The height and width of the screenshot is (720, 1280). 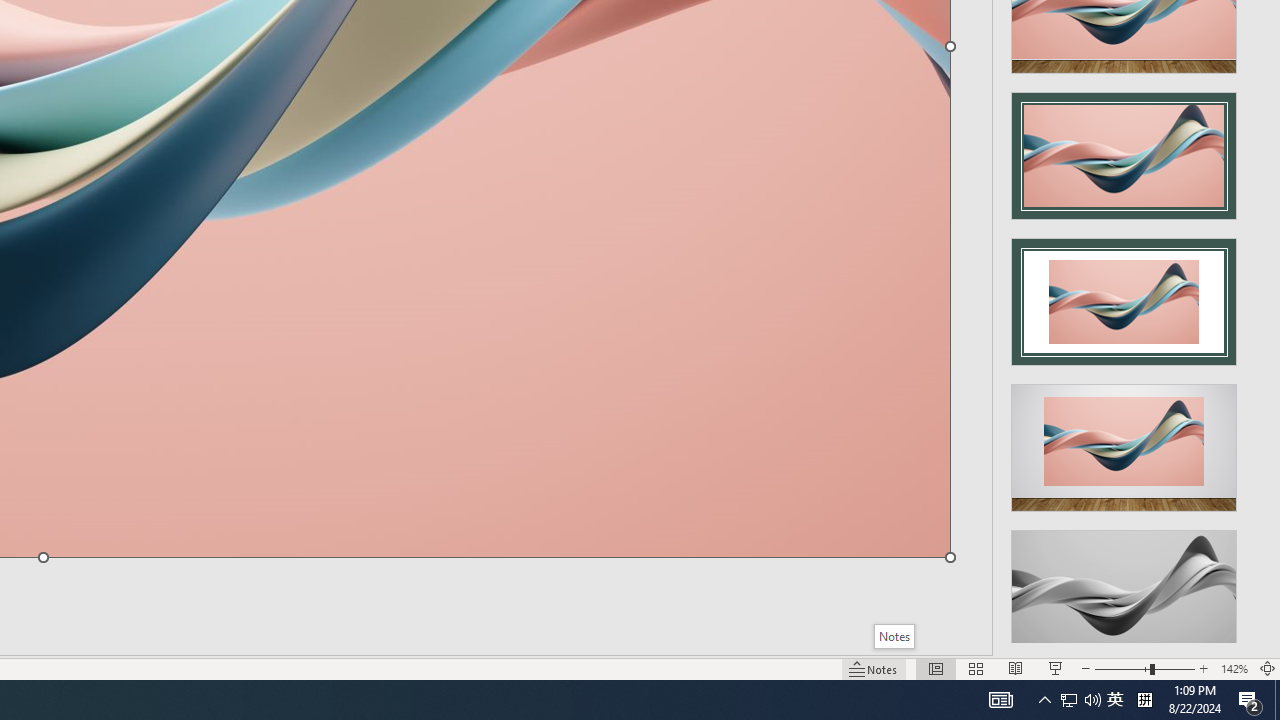 What do you see at coordinates (893, 636) in the screenshot?
I see `'Notes'` at bounding box center [893, 636].